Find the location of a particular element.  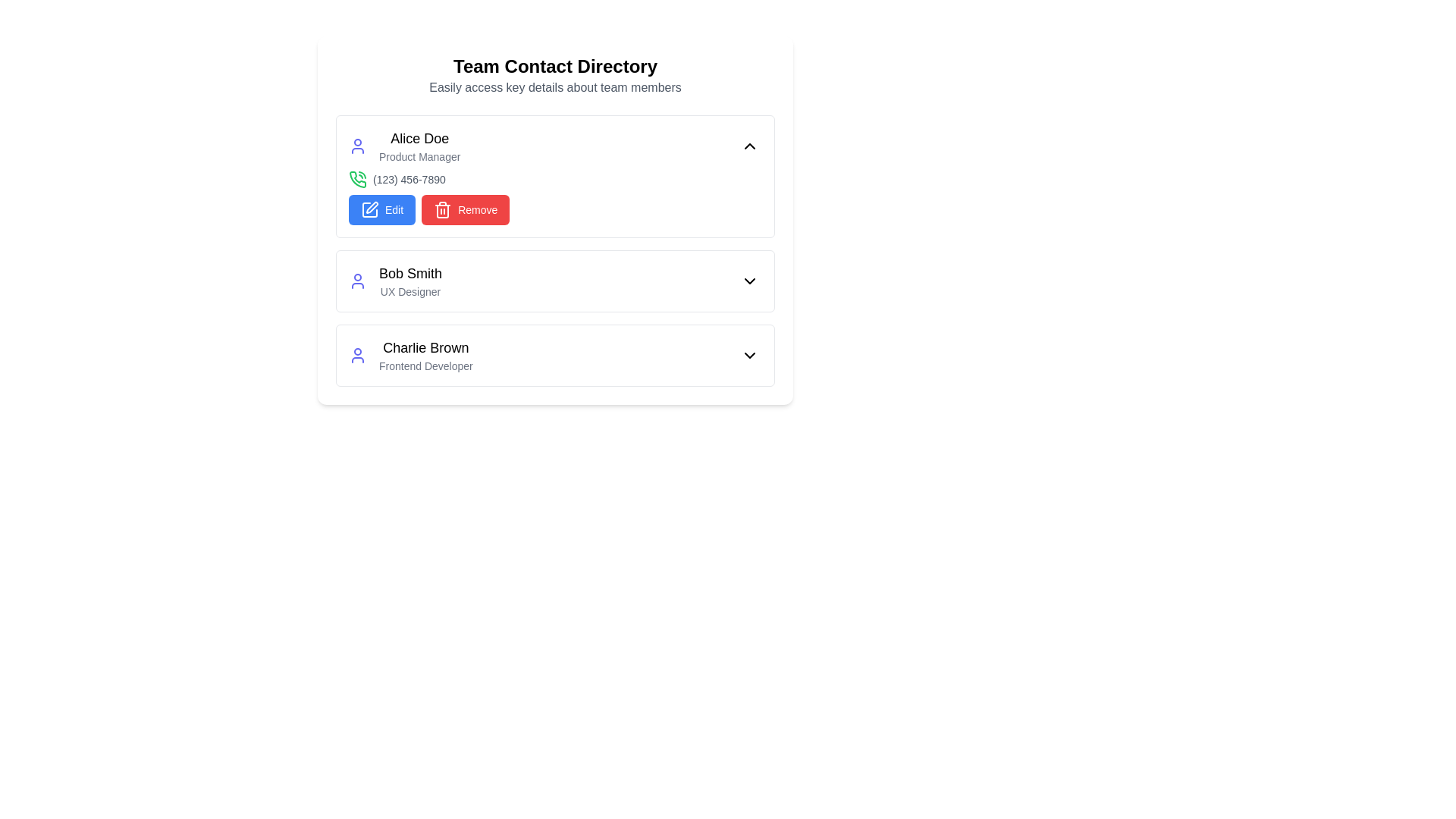

the delete icon located to the right of the 'Remove' button for the contact 'Alice Doe' is located at coordinates (442, 210).